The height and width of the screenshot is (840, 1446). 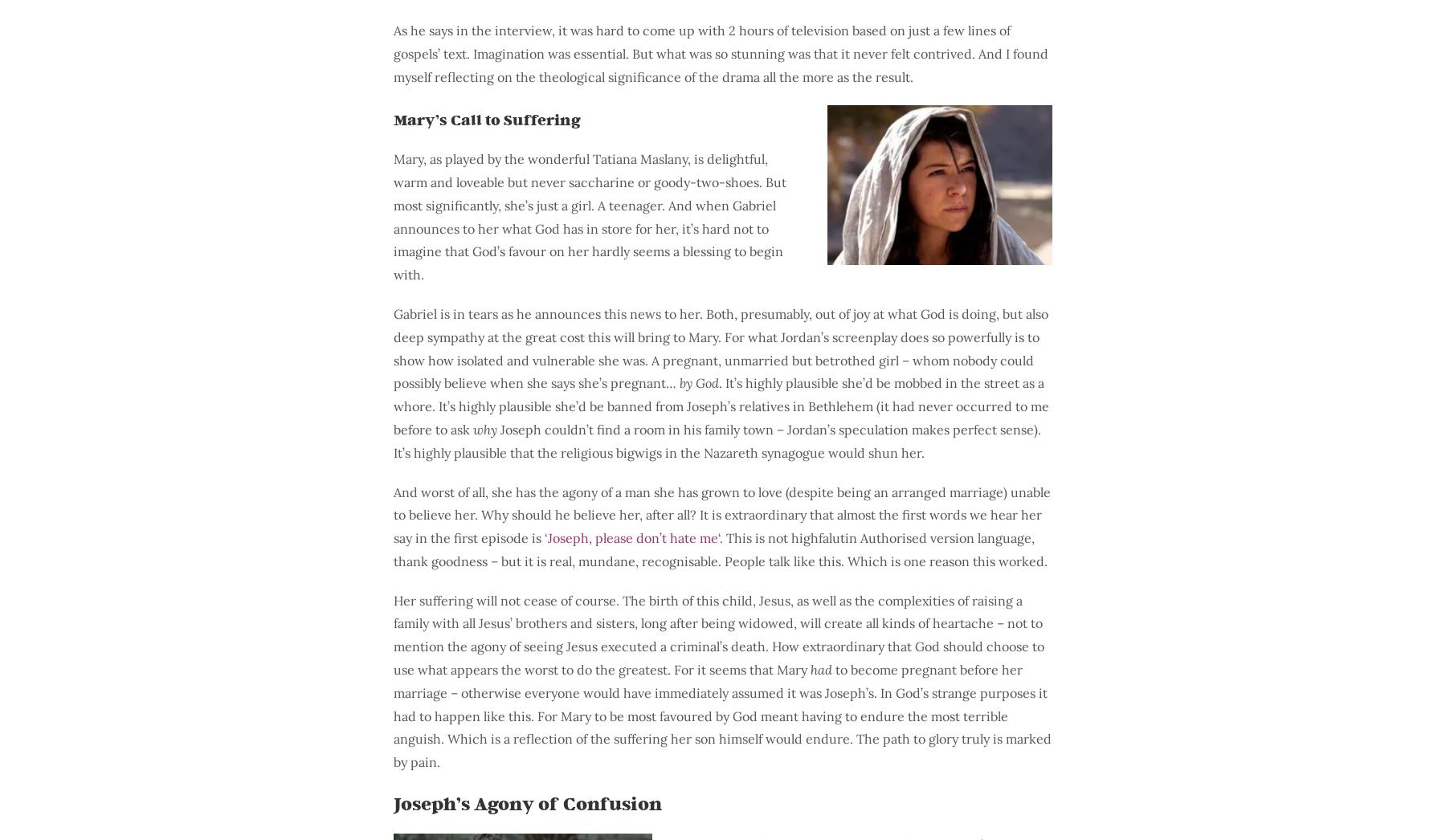 What do you see at coordinates (717, 439) in the screenshot?
I see `'Joseph couldn’t find a room in his family town – Jordan’s speculation makes perfect sense). It’s highly plausible that the religious bigwigs in the Nazareth synagogue would shun her.'` at bounding box center [717, 439].